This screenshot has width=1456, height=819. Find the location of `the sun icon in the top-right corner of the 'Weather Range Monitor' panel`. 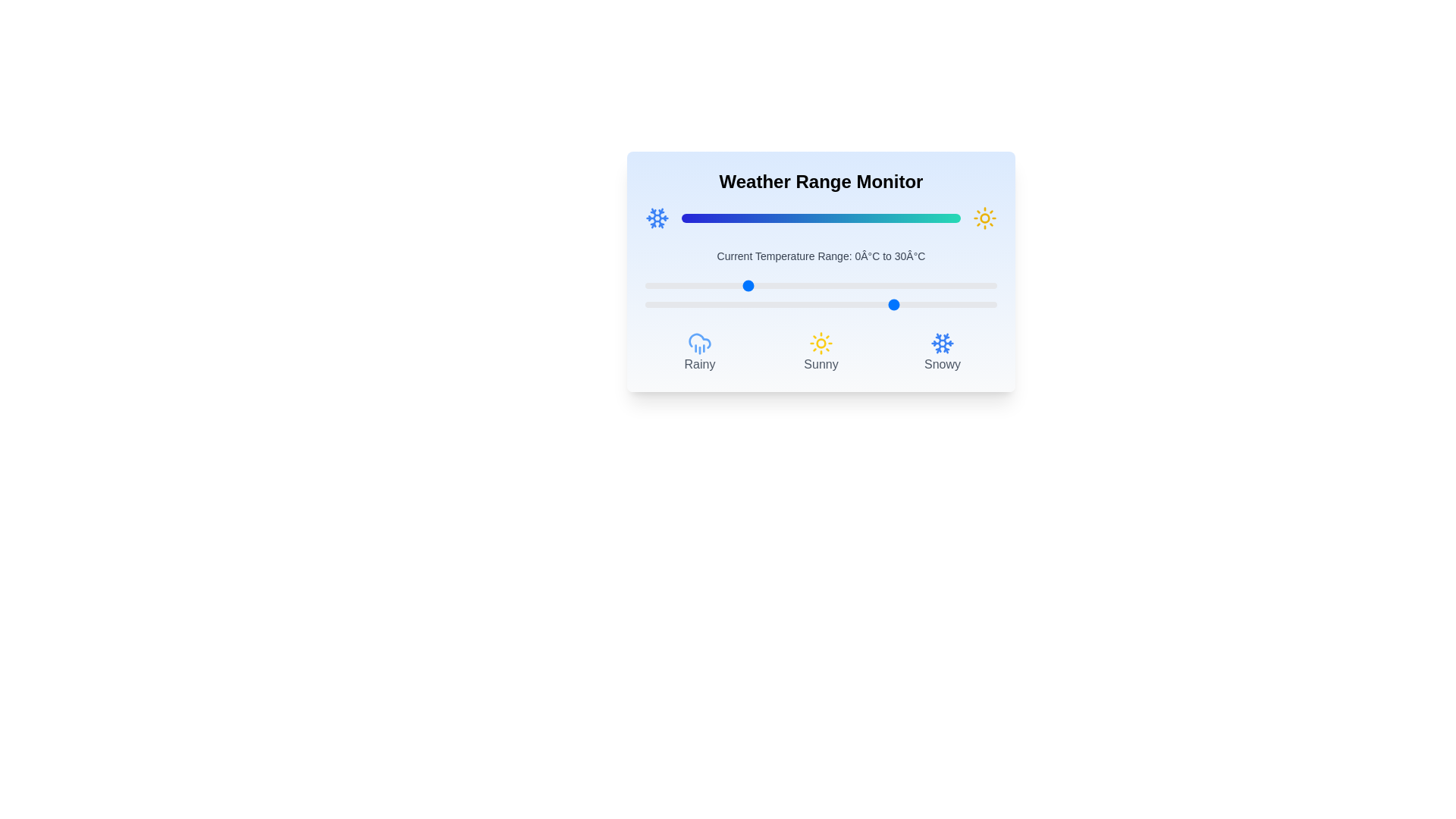

the sun icon in the top-right corner of the 'Weather Range Monitor' panel is located at coordinates (985, 218).